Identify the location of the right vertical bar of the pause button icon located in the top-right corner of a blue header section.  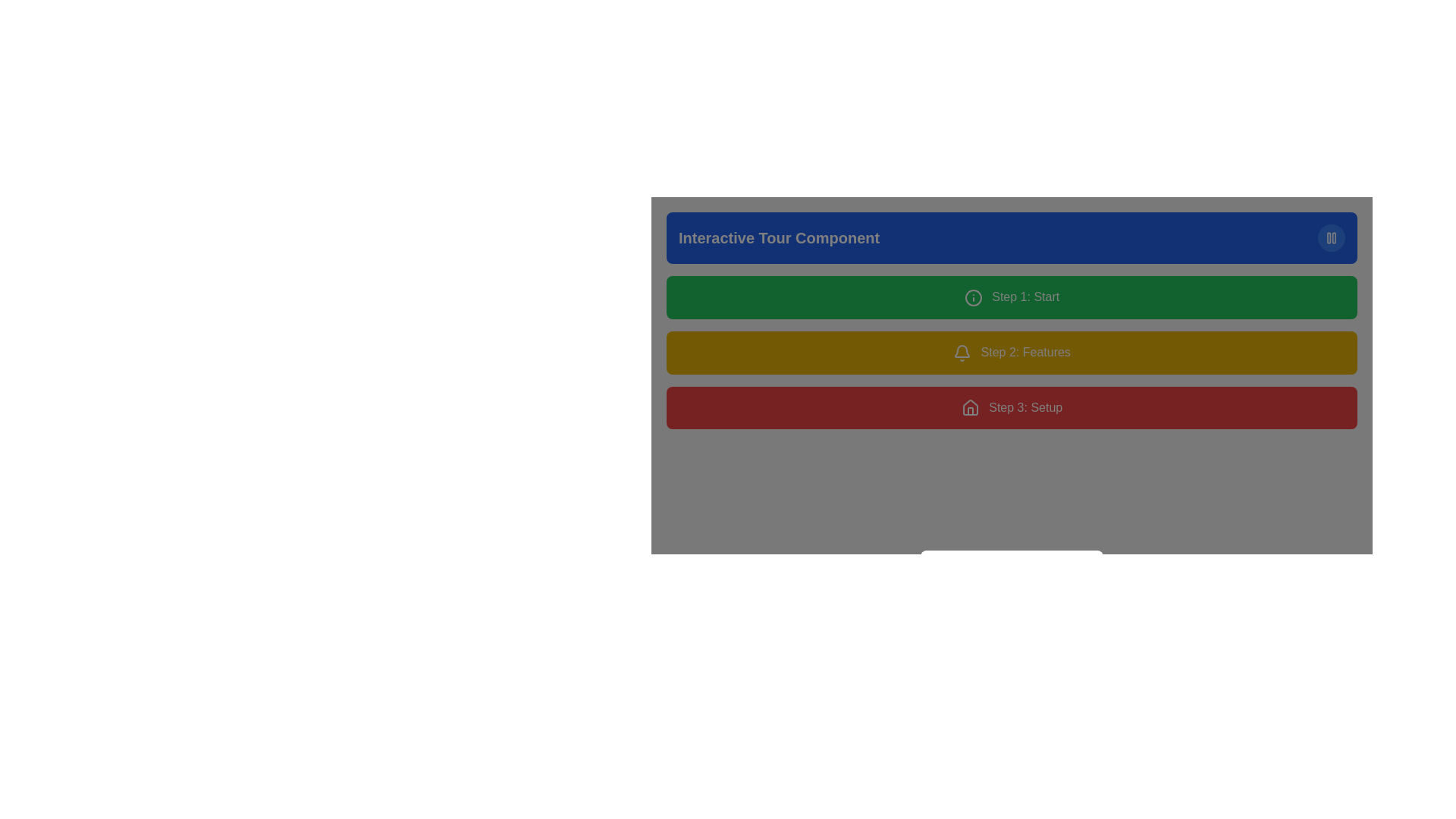
(1332, 237).